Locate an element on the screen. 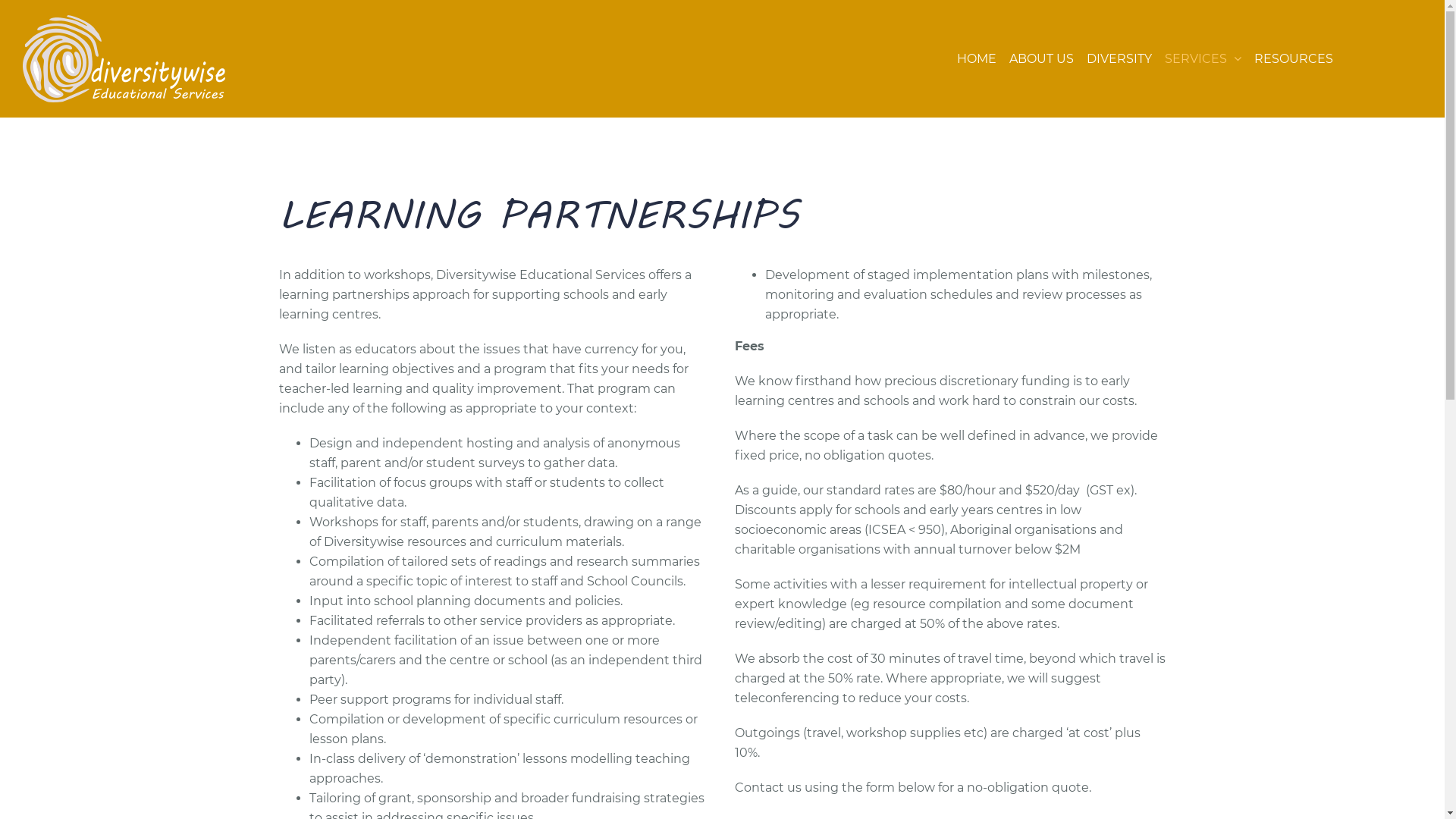 The height and width of the screenshot is (819, 1456). 'SERVICES' is located at coordinates (1202, 58).